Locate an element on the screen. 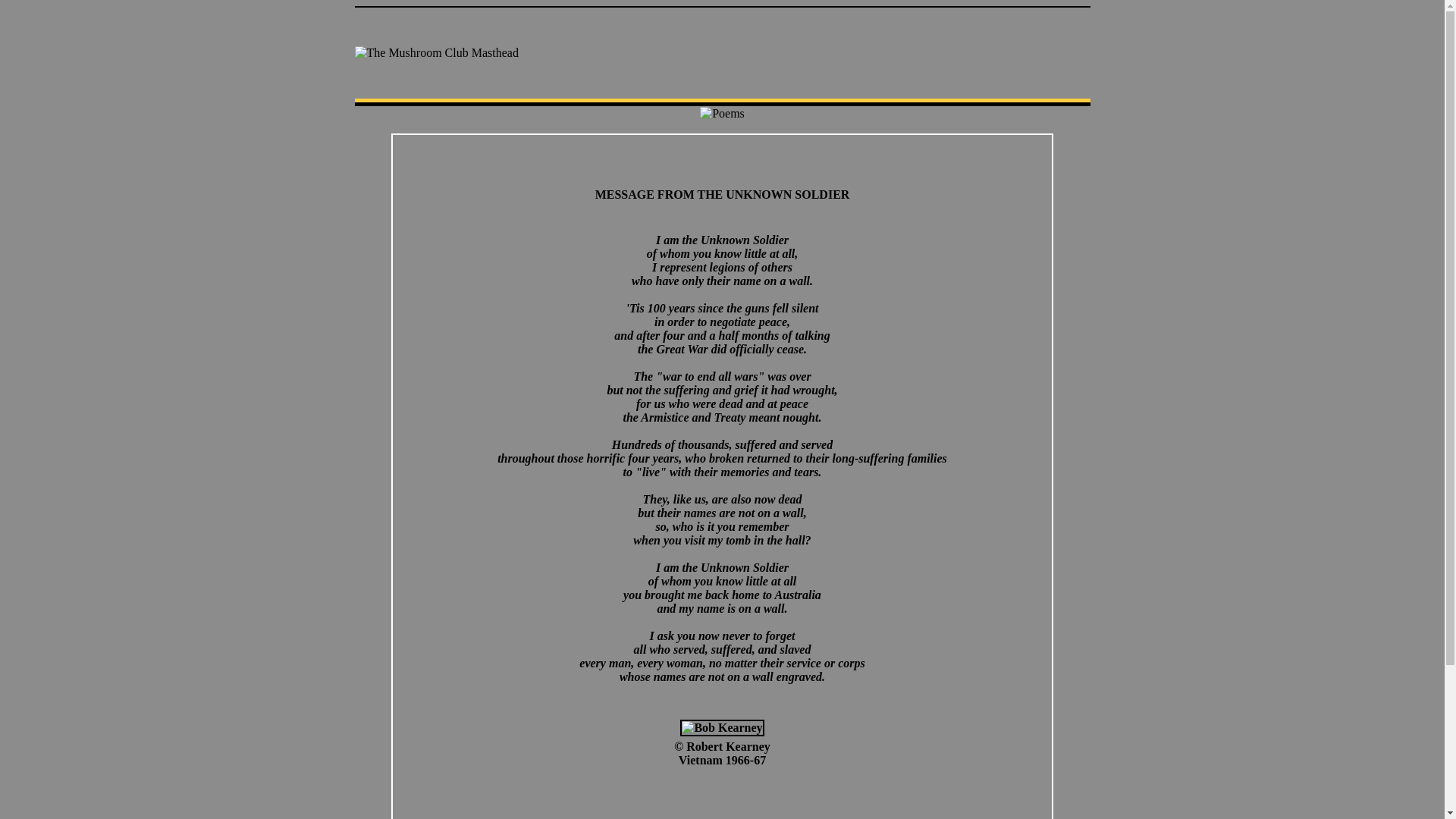 The height and width of the screenshot is (819, 1456). 'Bob Kearney' is located at coordinates (720, 727).